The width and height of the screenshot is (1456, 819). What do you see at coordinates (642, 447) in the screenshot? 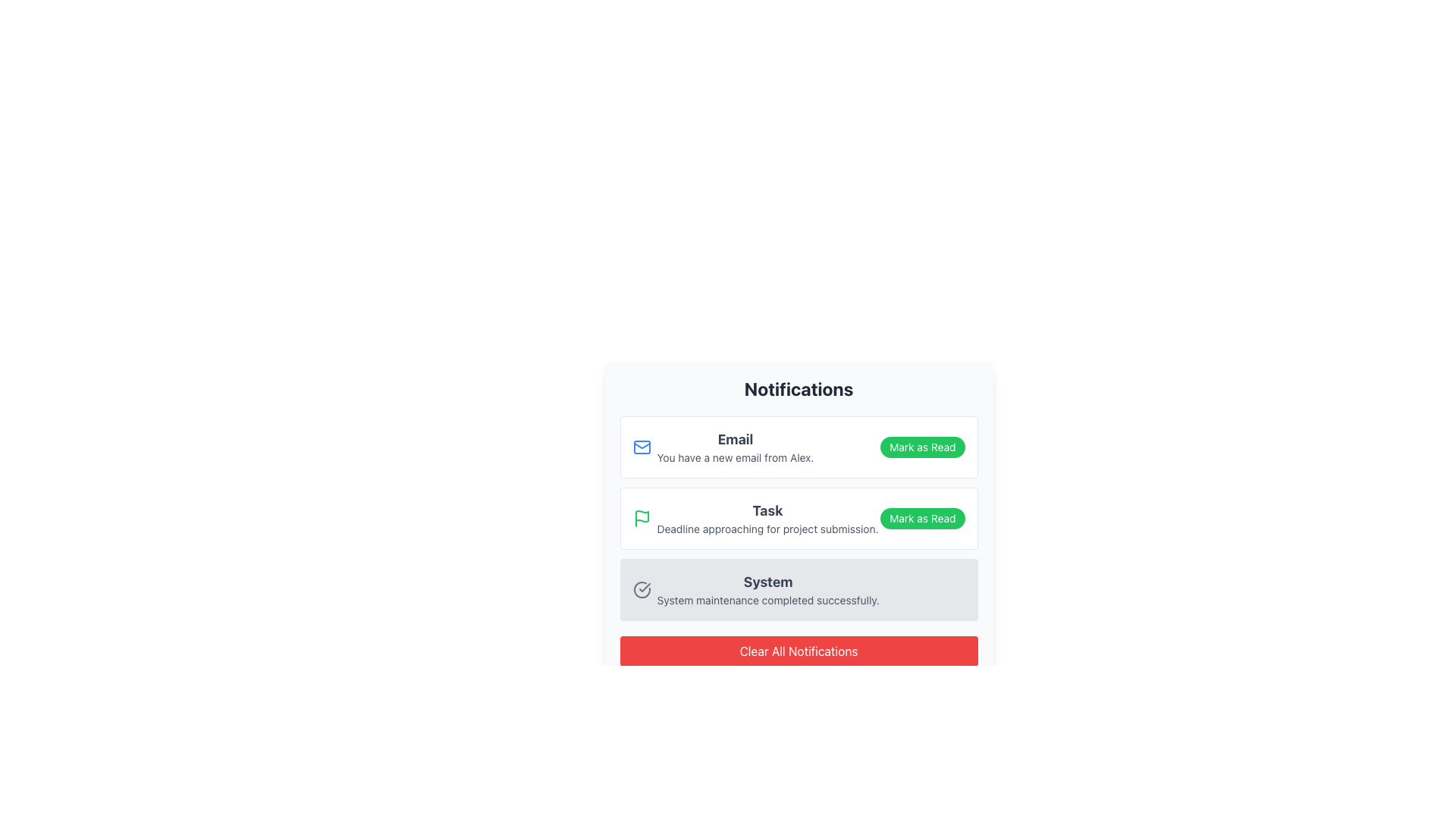
I see `the email icon located to the far left within the 'Email' notification card, adjacent to the bolded 'Email' text` at bounding box center [642, 447].